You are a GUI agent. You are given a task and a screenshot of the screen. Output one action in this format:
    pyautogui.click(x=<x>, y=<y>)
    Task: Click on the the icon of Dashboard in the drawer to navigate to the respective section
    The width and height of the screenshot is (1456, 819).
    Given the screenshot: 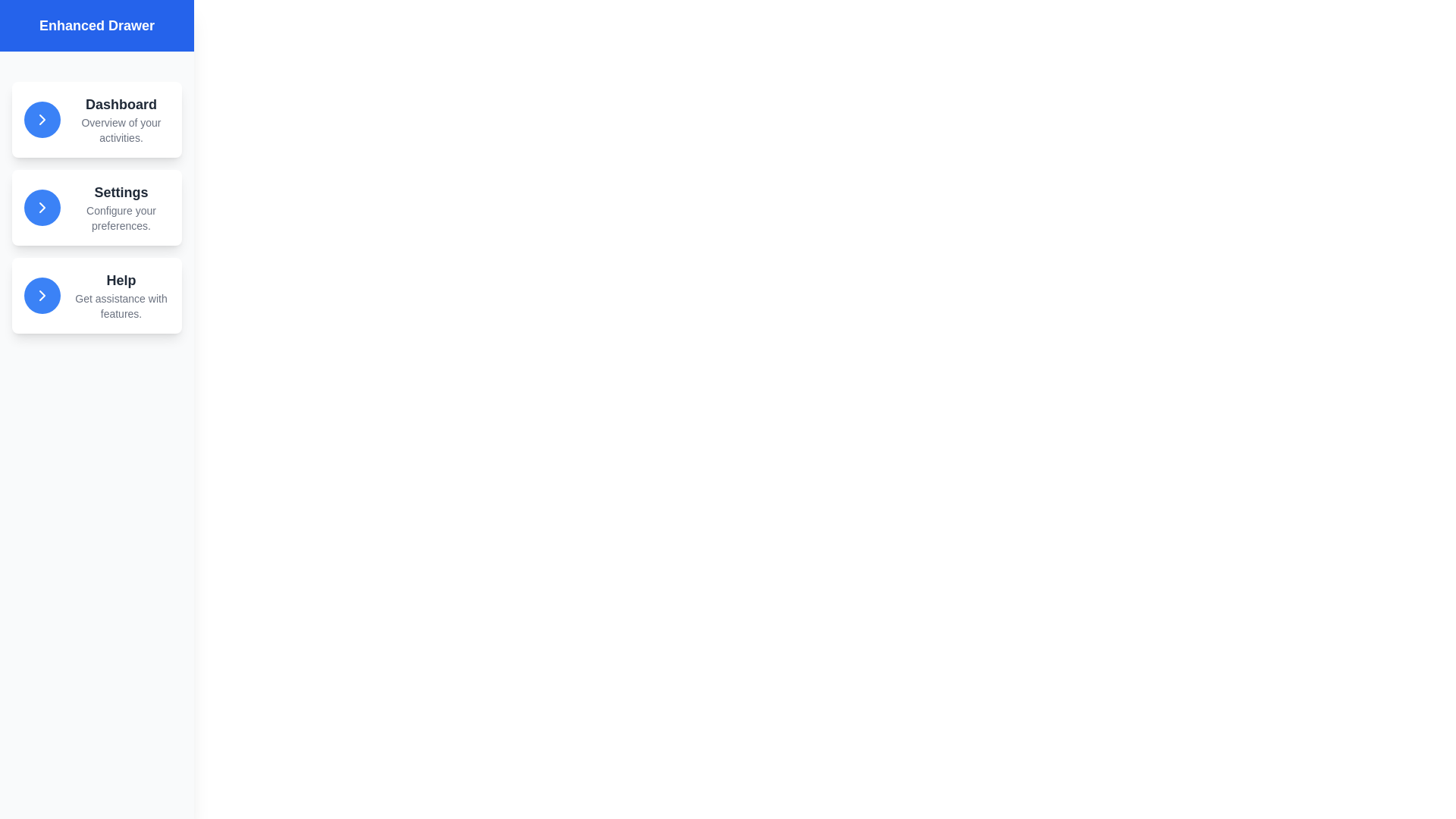 What is the action you would take?
    pyautogui.click(x=42, y=119)
    